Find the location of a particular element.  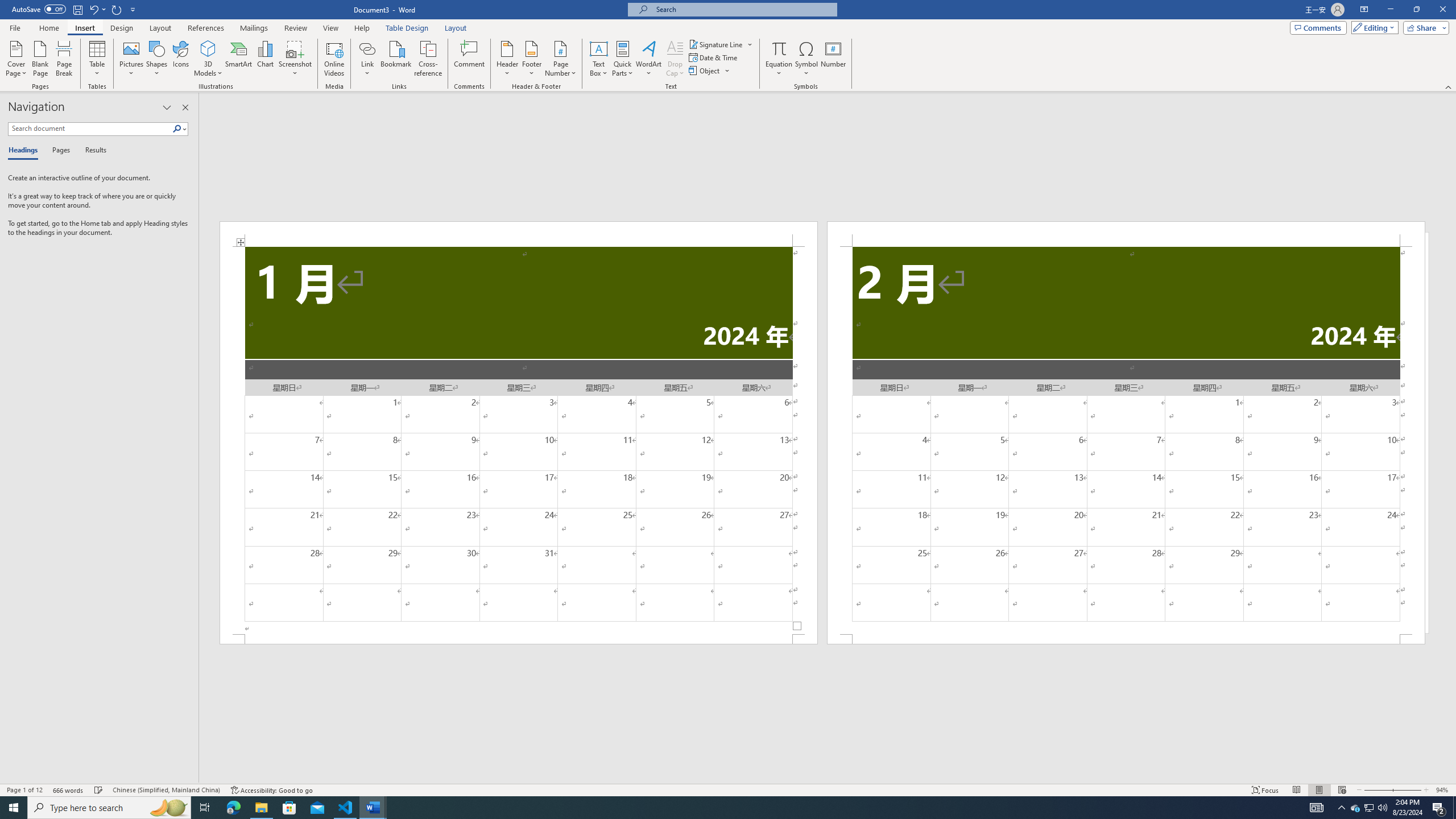

'Footer' is located at coordinates (531, 59).